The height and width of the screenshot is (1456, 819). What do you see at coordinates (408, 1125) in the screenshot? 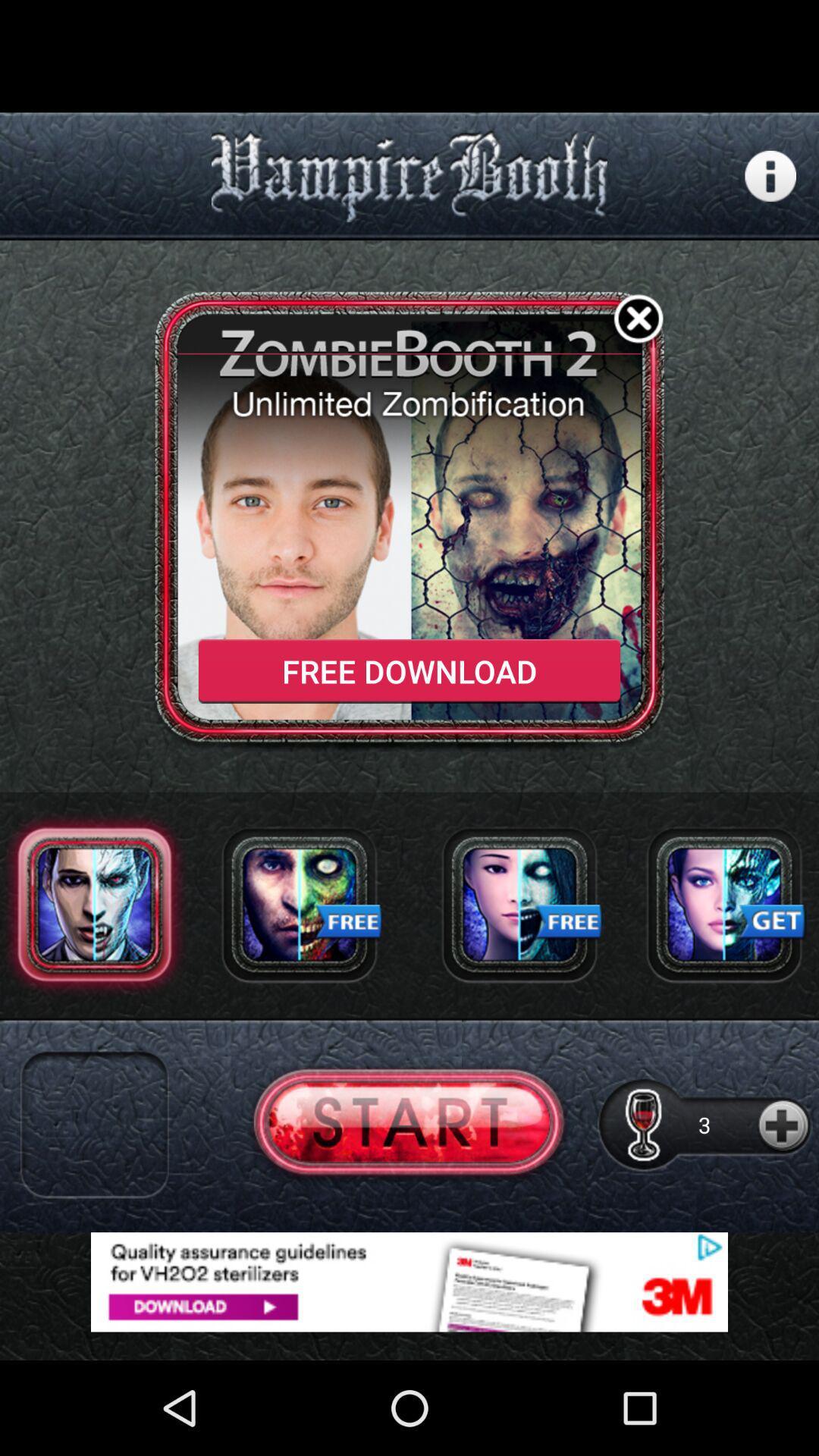
I see `start button` at bounding box center [408, 1125].